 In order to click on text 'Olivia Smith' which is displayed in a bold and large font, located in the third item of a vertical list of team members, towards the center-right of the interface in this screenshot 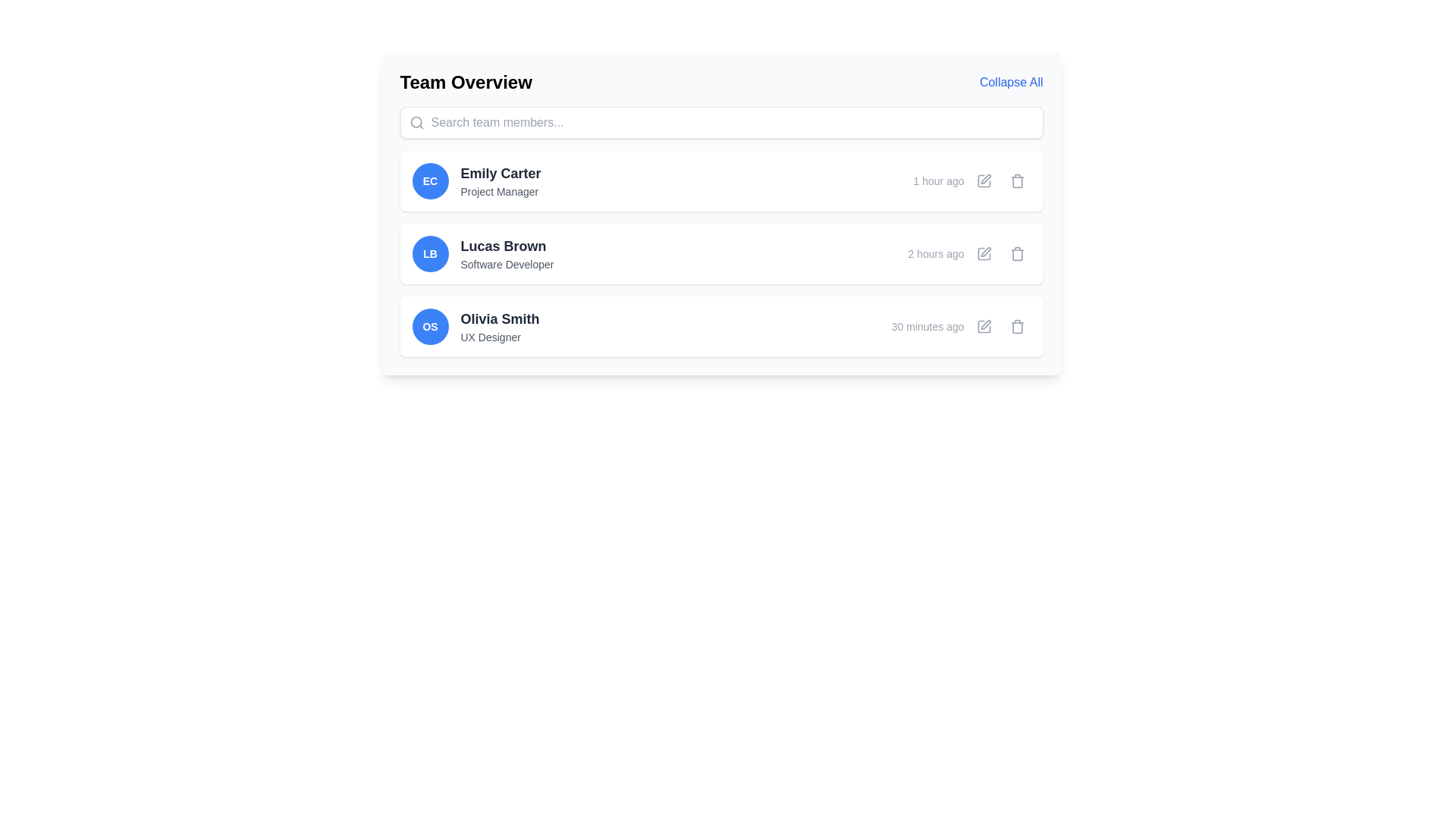, I will do `click(500, 318)`.